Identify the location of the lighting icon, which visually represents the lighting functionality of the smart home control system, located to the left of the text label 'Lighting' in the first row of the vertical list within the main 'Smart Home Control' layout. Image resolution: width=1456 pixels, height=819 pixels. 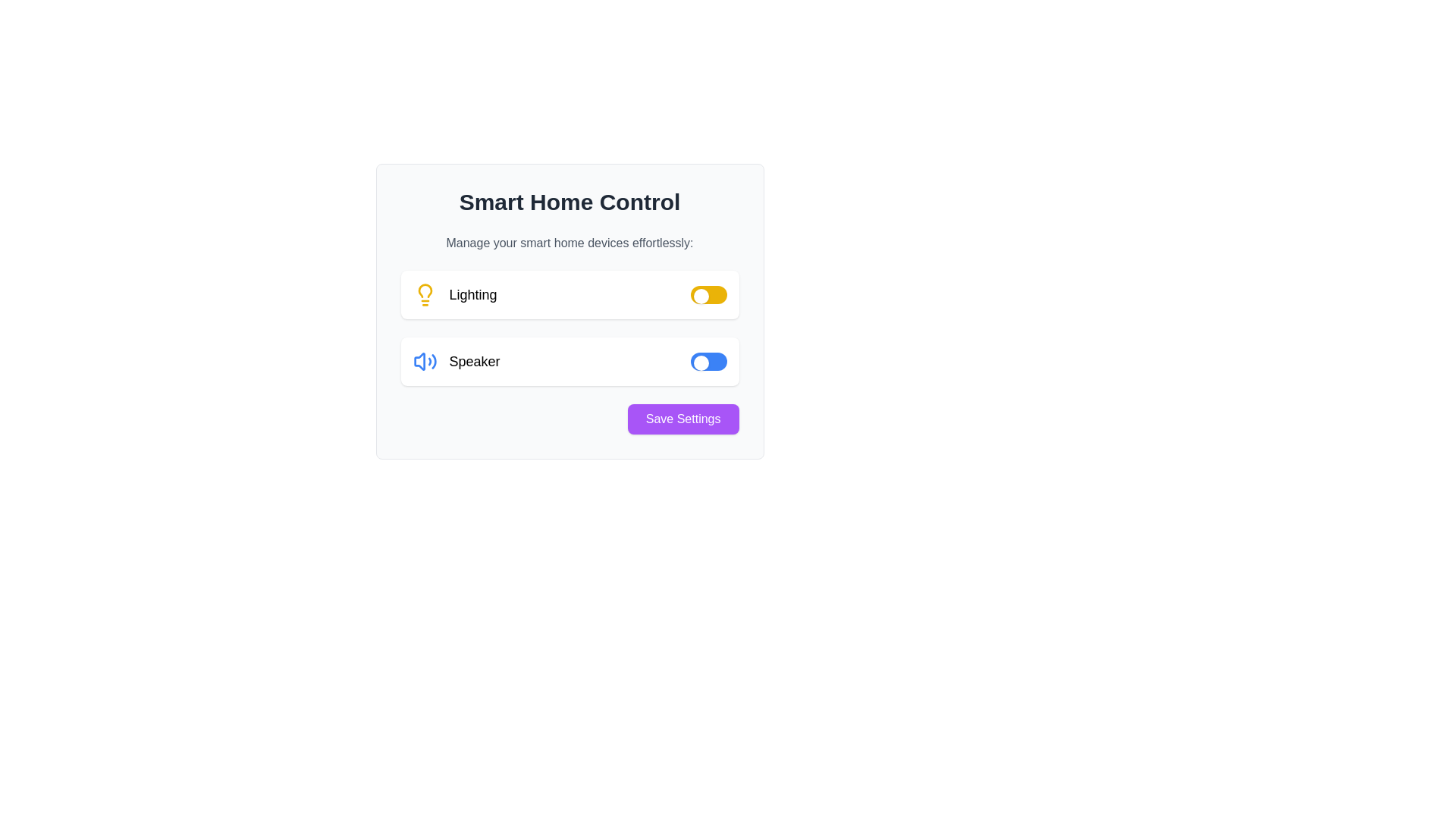
(425, 295).